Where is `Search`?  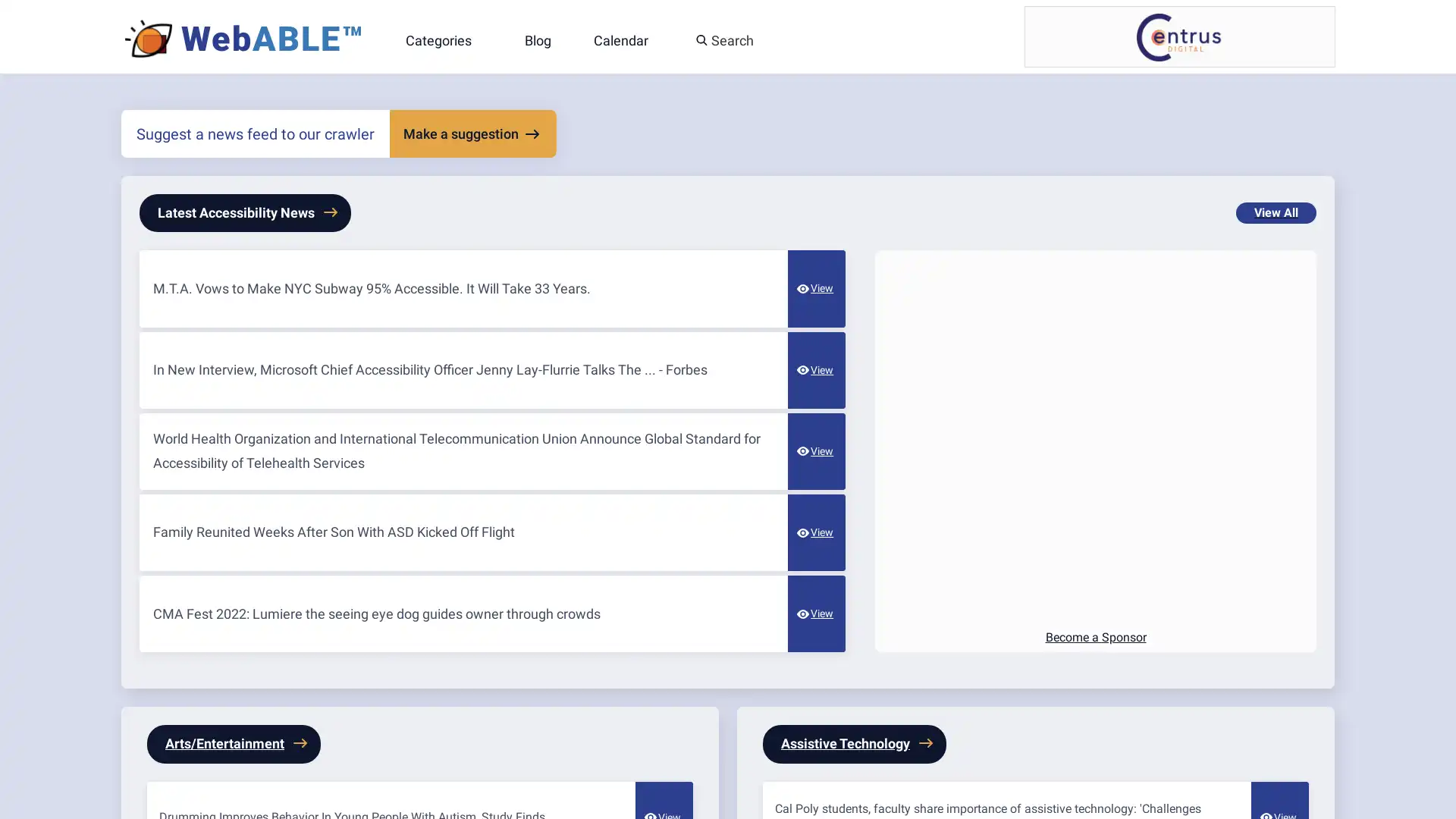 Search is located at coordinates (726, 39).